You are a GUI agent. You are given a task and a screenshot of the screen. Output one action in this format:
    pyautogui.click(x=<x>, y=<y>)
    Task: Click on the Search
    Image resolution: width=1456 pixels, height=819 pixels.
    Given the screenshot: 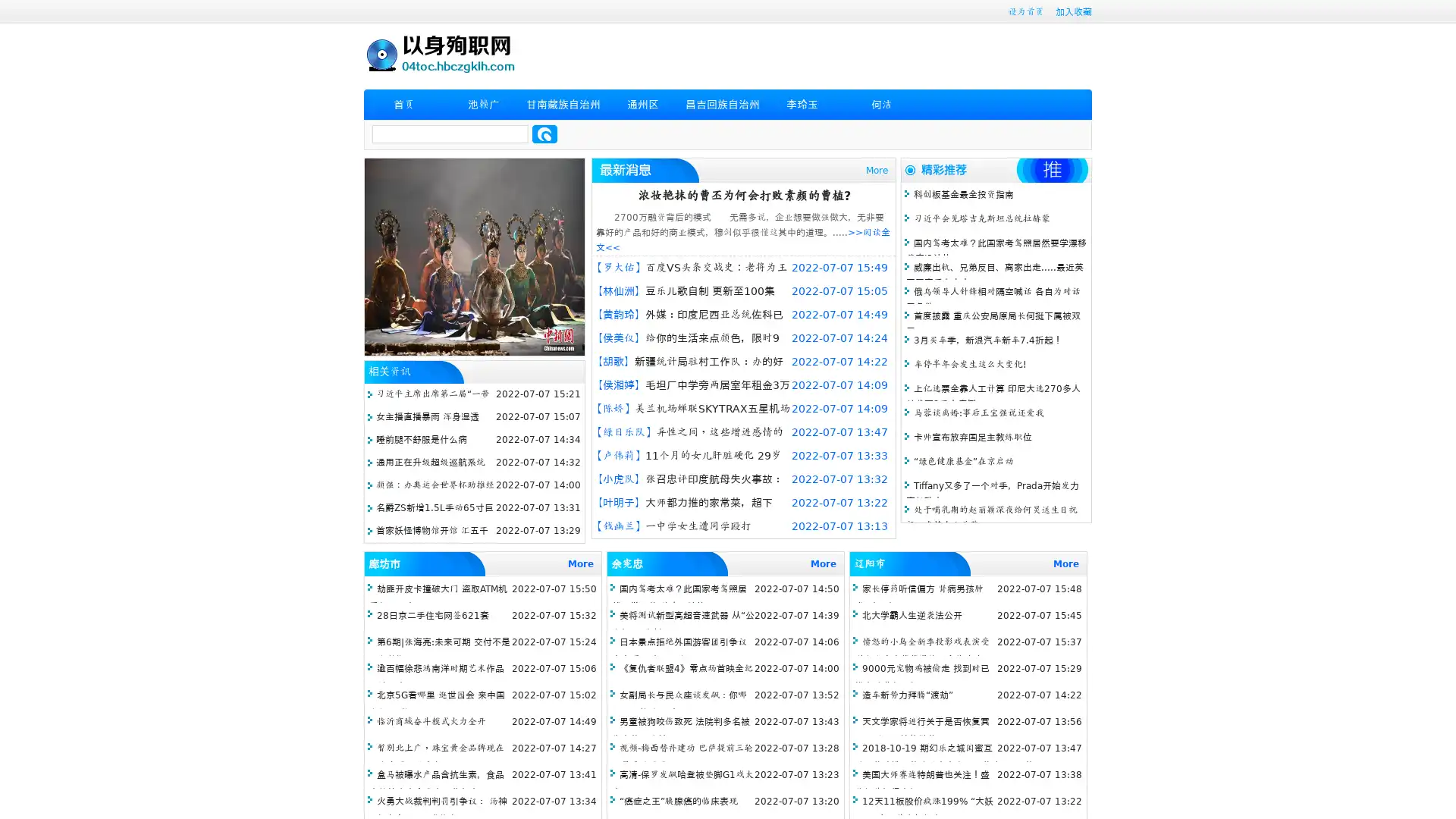 What is the action you would take?
    pyautogui.click(x=544, y=133)
    